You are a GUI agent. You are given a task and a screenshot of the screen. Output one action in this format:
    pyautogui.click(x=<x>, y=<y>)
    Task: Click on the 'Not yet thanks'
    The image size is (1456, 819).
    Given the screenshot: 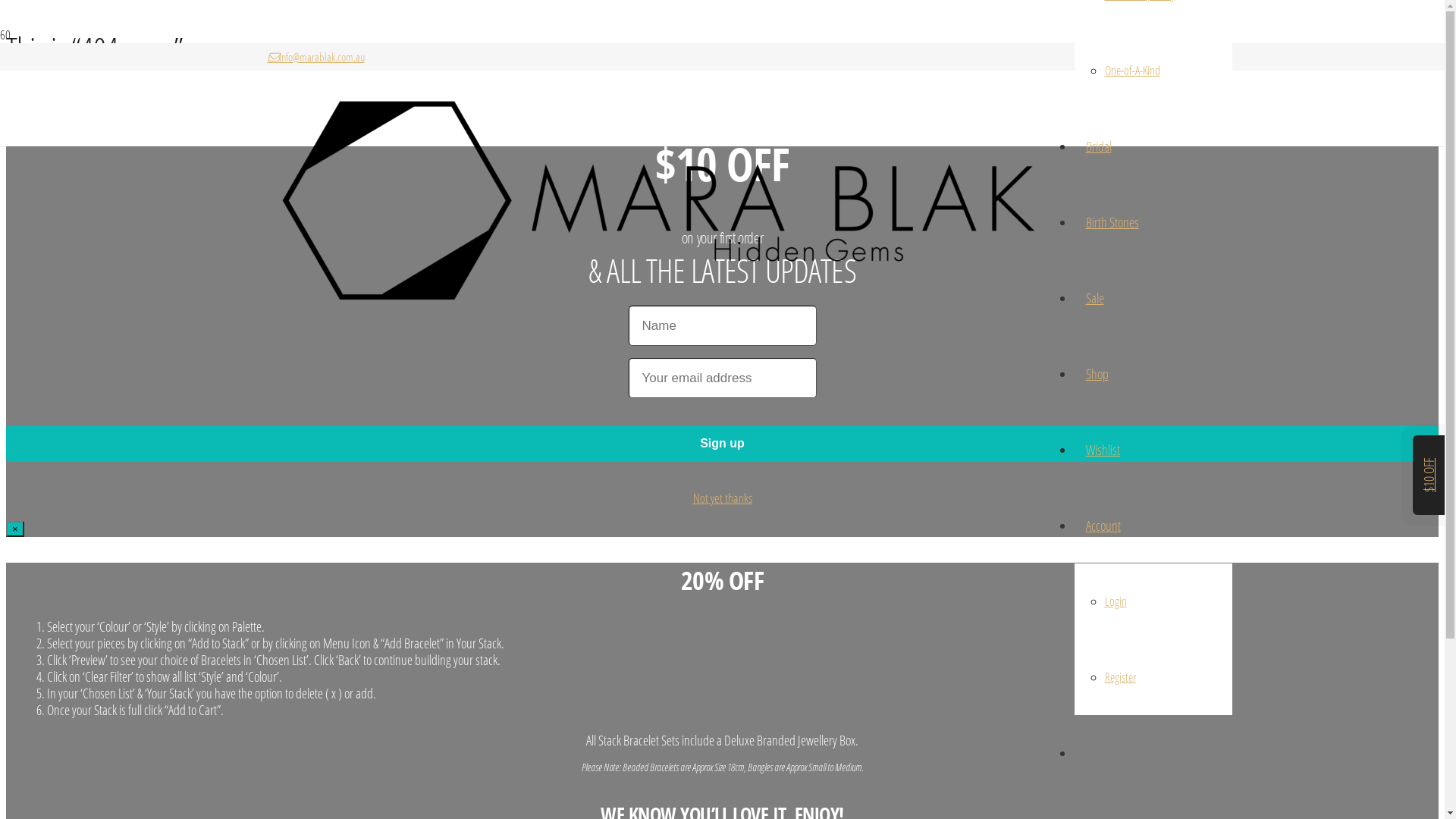 What is the action you would take?
    pyautogui.click(x=722, y=497)
    